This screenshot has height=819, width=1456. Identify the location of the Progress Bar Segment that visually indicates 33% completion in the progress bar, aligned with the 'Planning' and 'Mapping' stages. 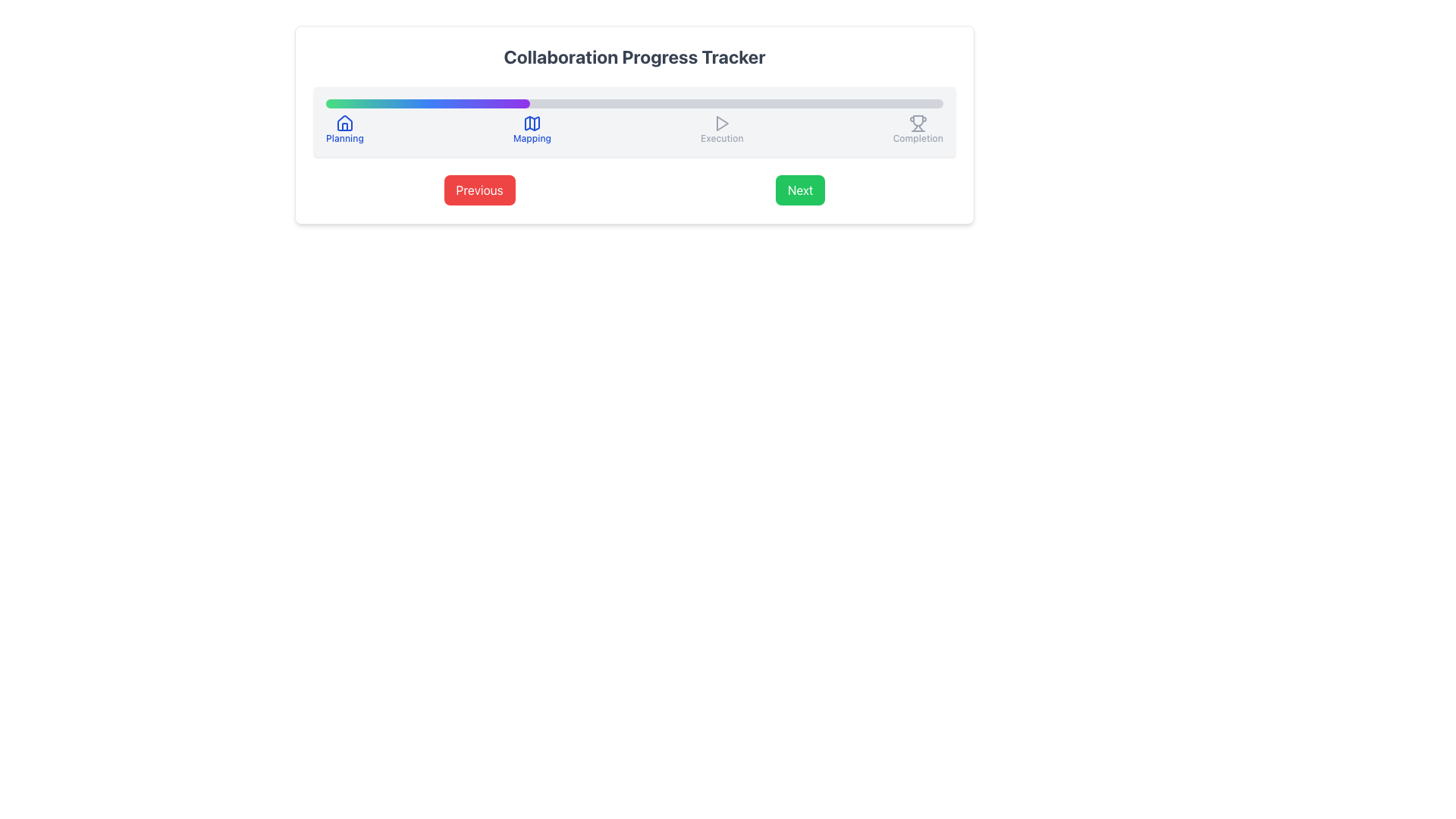
(427, 103).